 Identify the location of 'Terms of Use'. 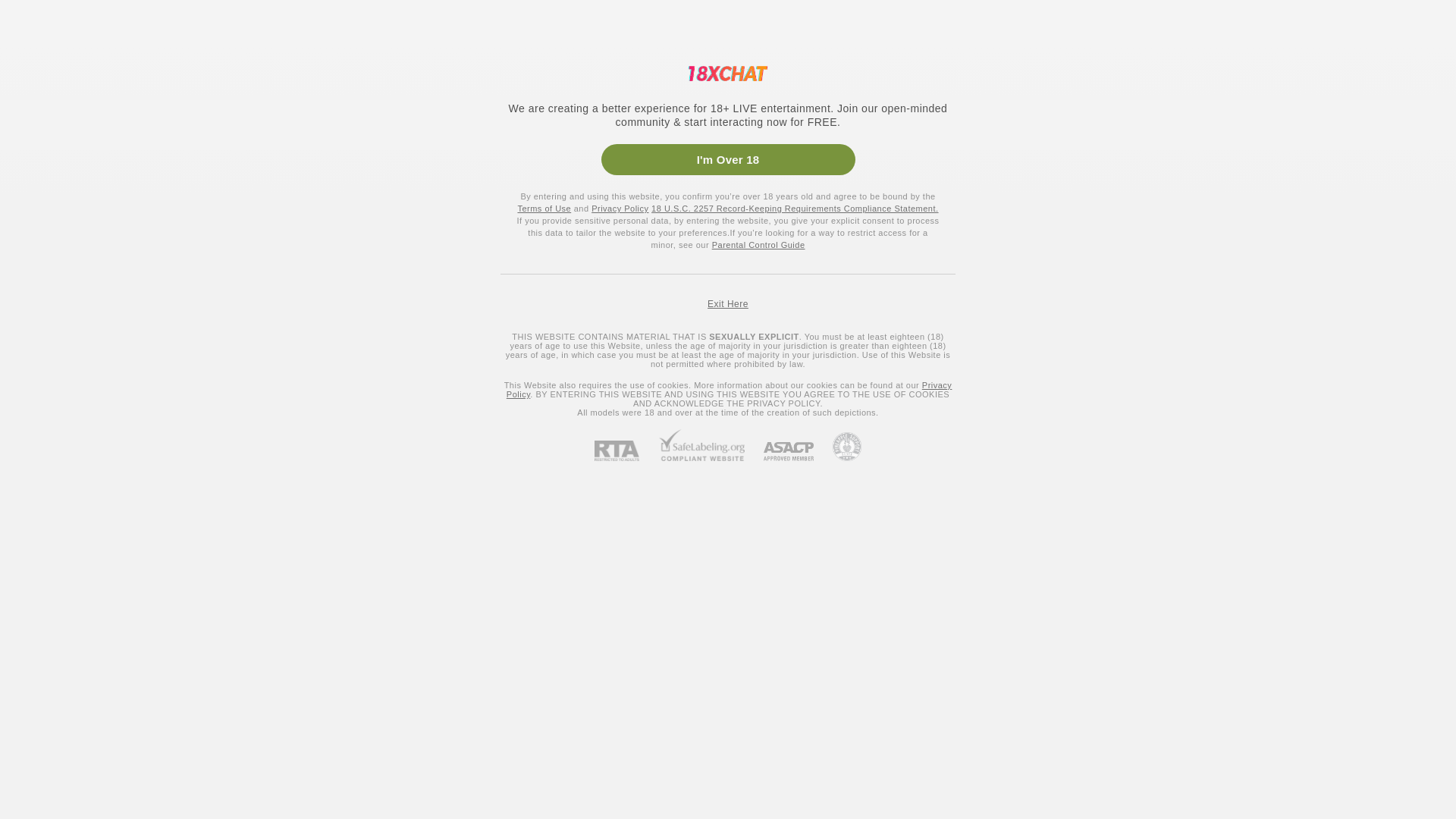
(544, 208).